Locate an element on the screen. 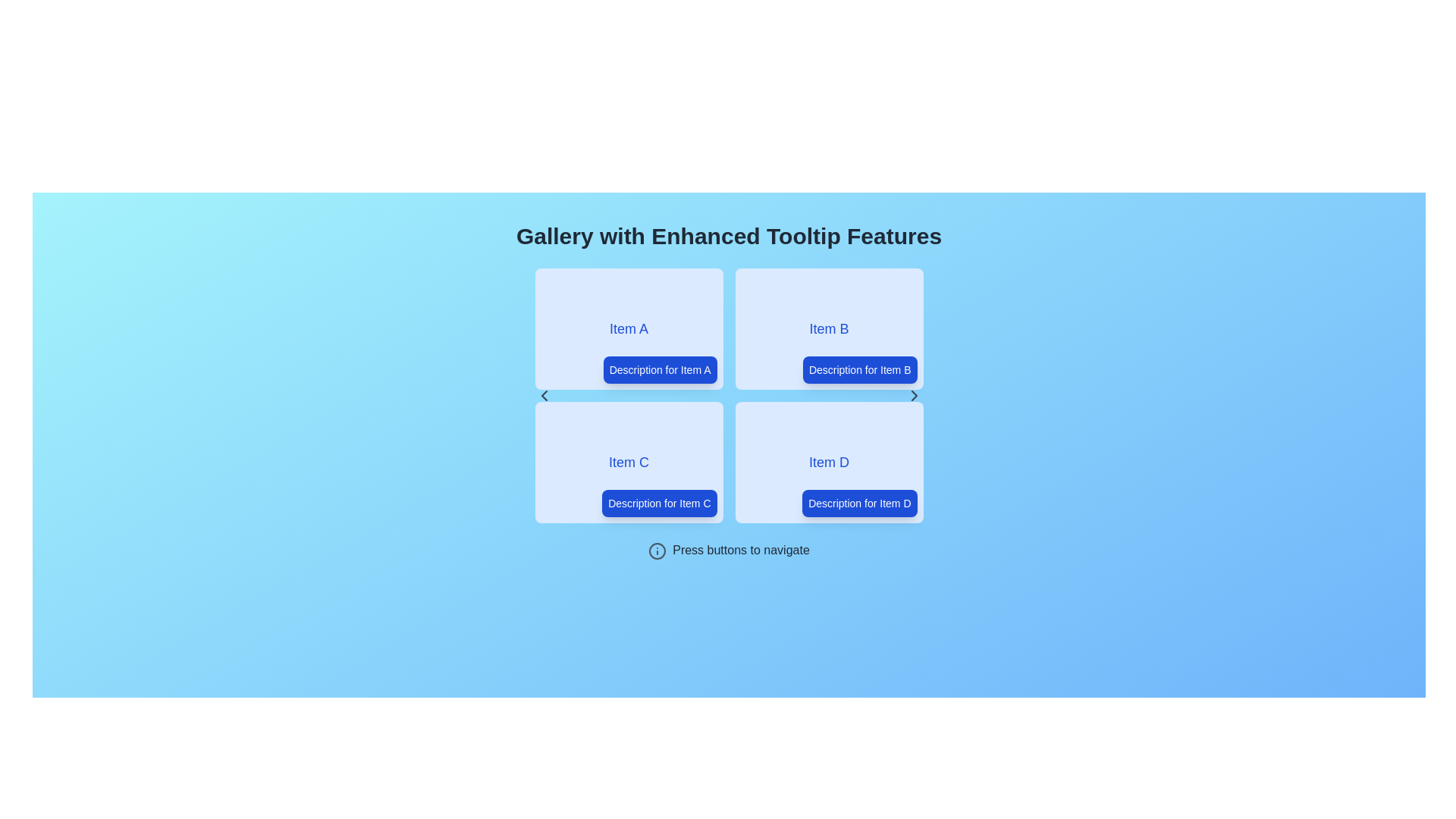  the Circular SVG element located near the bottom area of the interface, which serves as a visual indicator or icon for specific functionality is located at coordinates (657, 551).